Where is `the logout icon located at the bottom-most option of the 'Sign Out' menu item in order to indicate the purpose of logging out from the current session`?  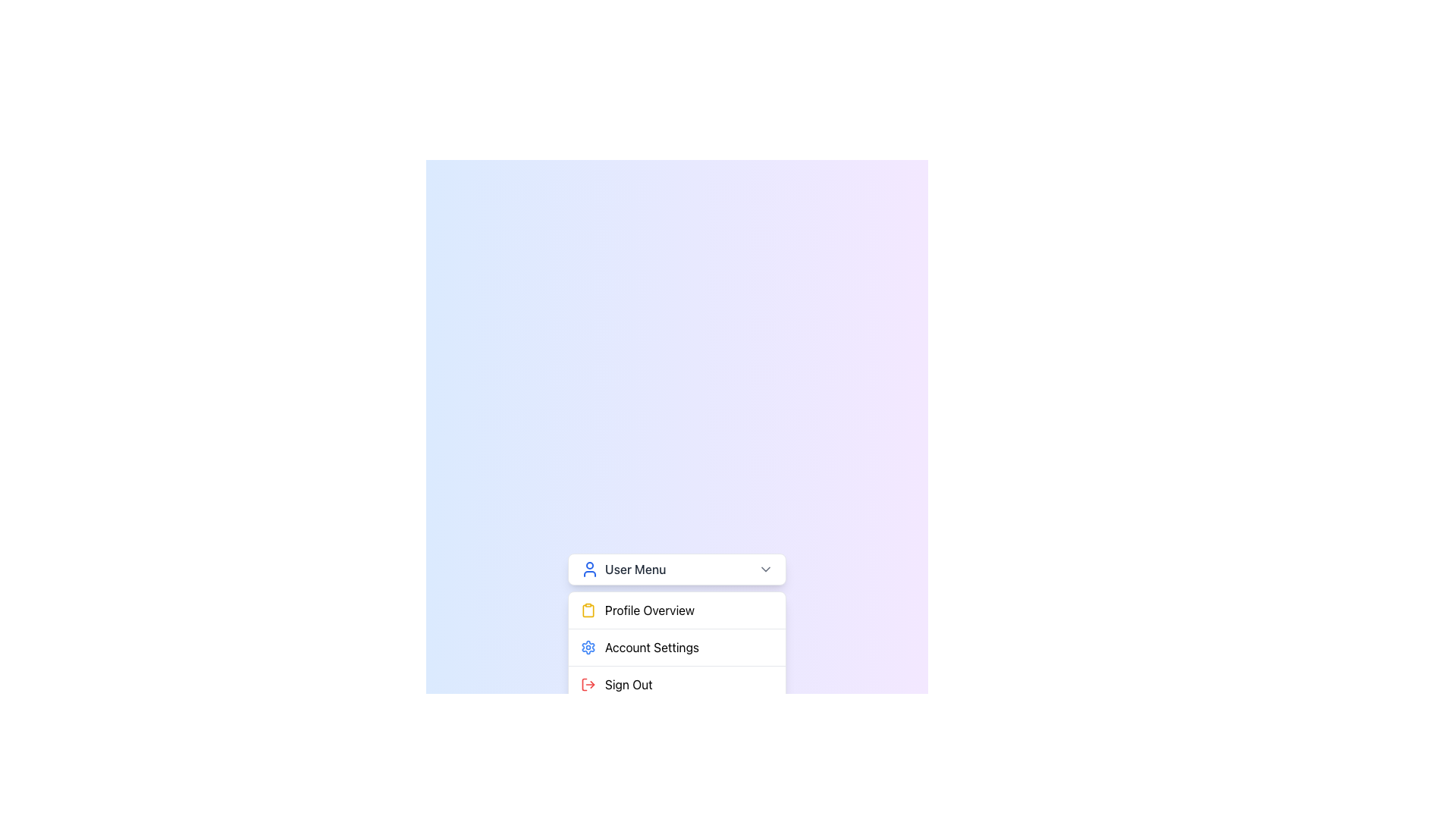 the logout icon located at the bottom-most option of the 'Sign Out' menu item in order to indicate the purpose of logging out from the current session is located at coordinates (588, 684).